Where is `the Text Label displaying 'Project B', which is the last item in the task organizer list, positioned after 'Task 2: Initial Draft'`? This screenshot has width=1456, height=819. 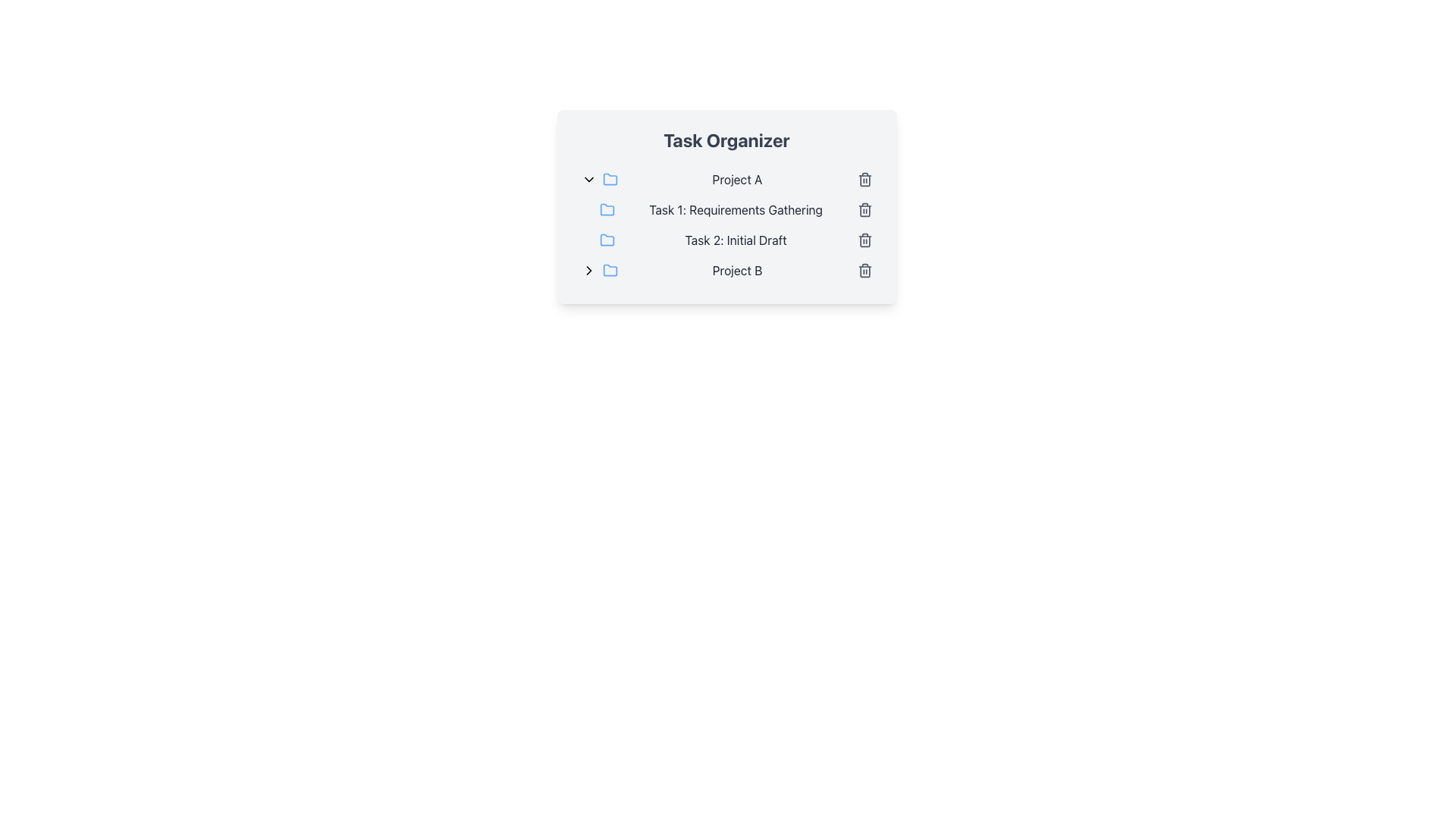
the Text Label displaying 'Project B', which is the last item in the task organizer list, positioned after 'Task 2: Initial Draft' is located at coordinates (737, 270).